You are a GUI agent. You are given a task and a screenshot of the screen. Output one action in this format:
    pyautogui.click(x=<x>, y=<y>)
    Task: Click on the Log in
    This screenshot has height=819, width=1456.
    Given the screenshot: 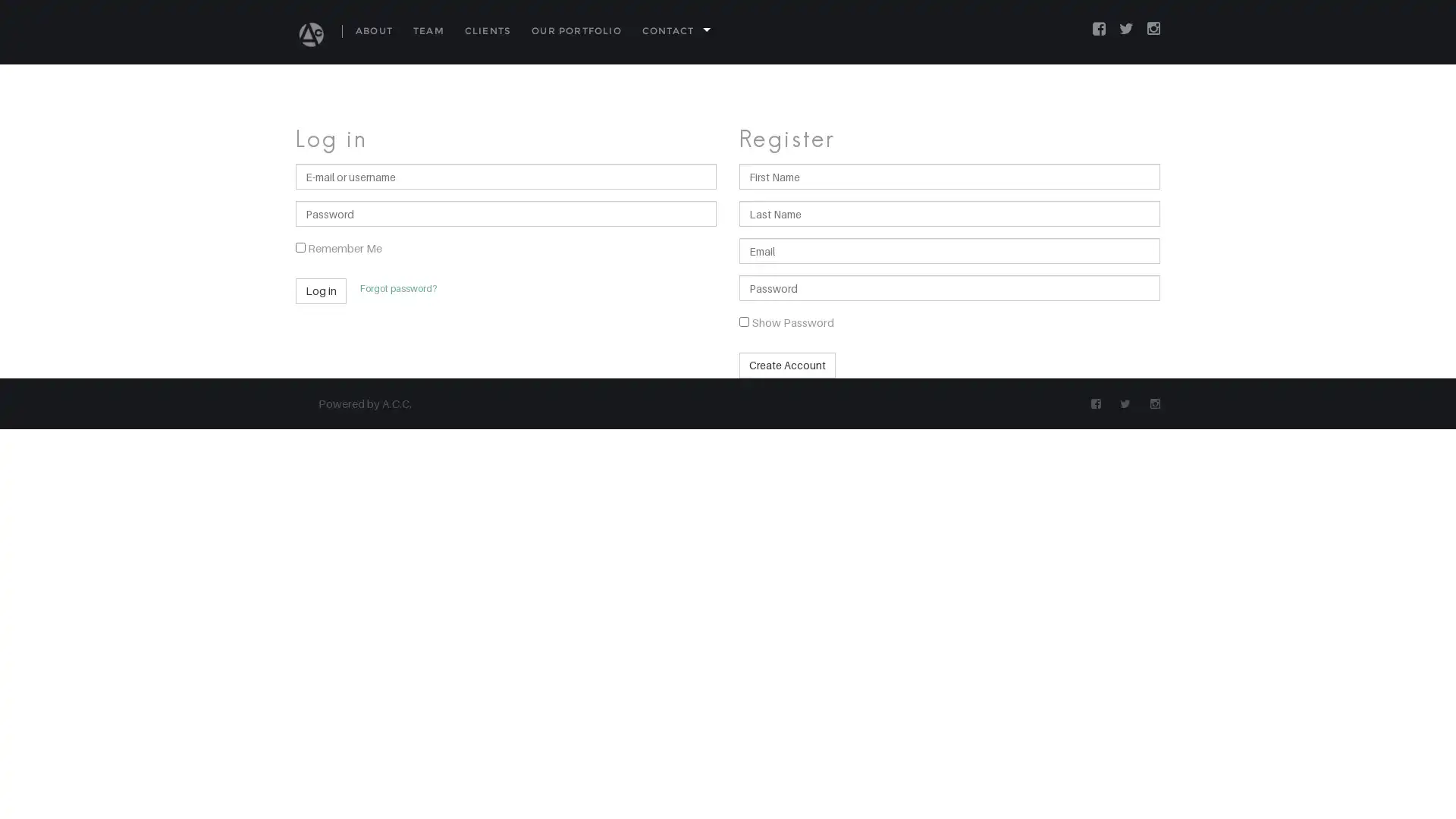 What is the action you would take?
    pyautogui.click(x=320, y=291)
    